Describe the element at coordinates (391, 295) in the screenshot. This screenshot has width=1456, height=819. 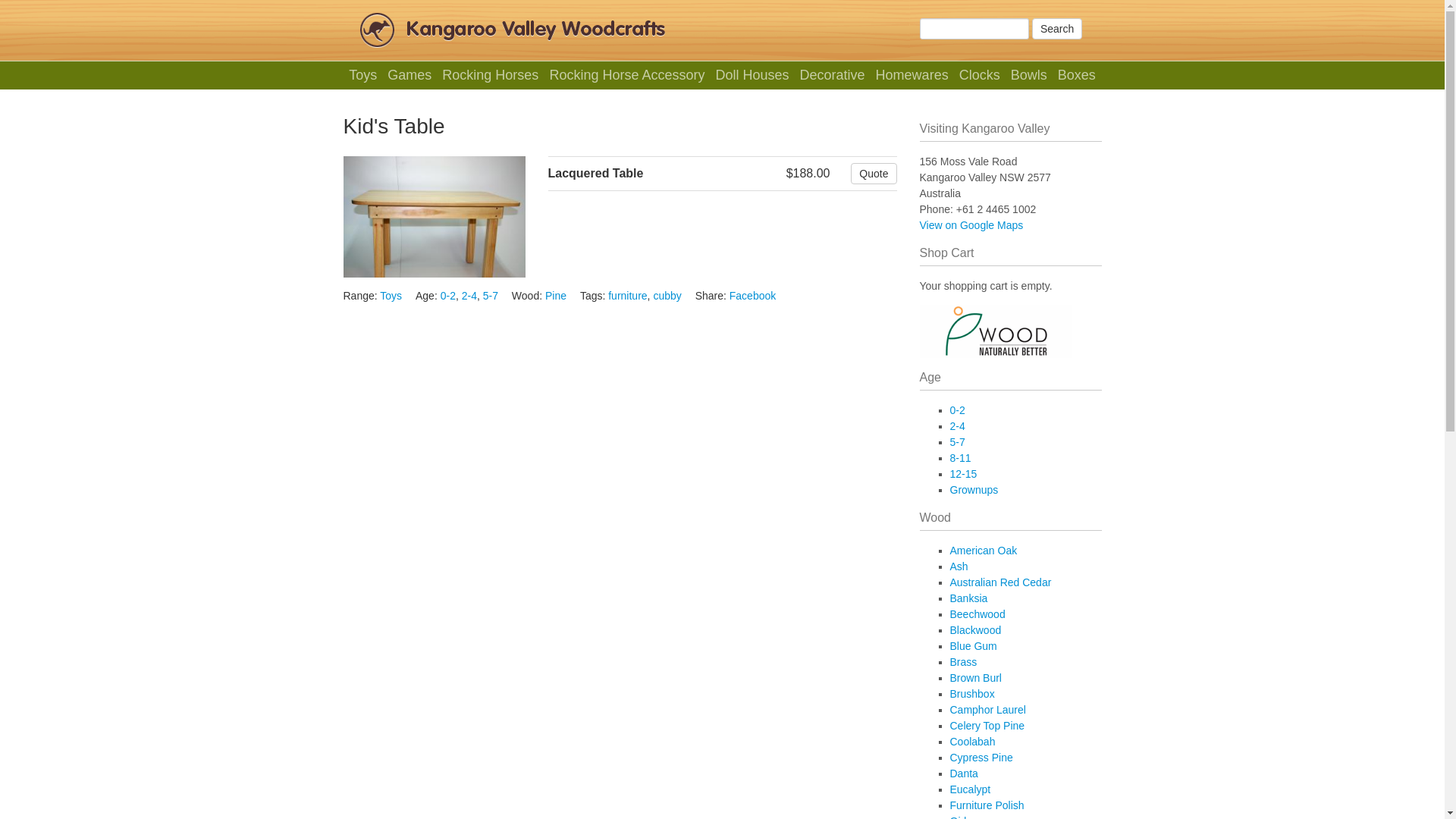
I see `'Toys'` at that location.